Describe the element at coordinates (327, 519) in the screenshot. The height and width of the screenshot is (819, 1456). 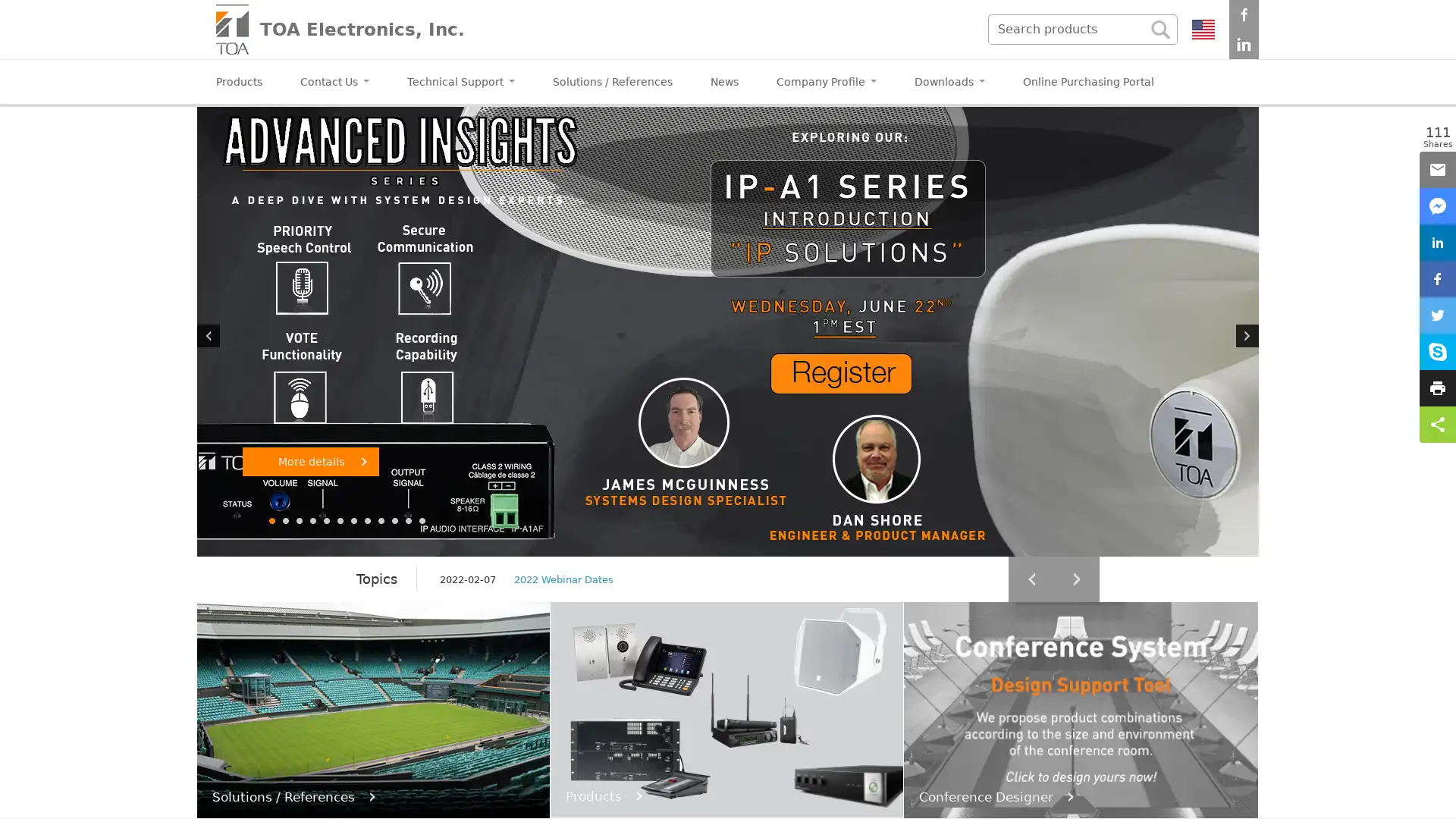
I see `5` at that location.